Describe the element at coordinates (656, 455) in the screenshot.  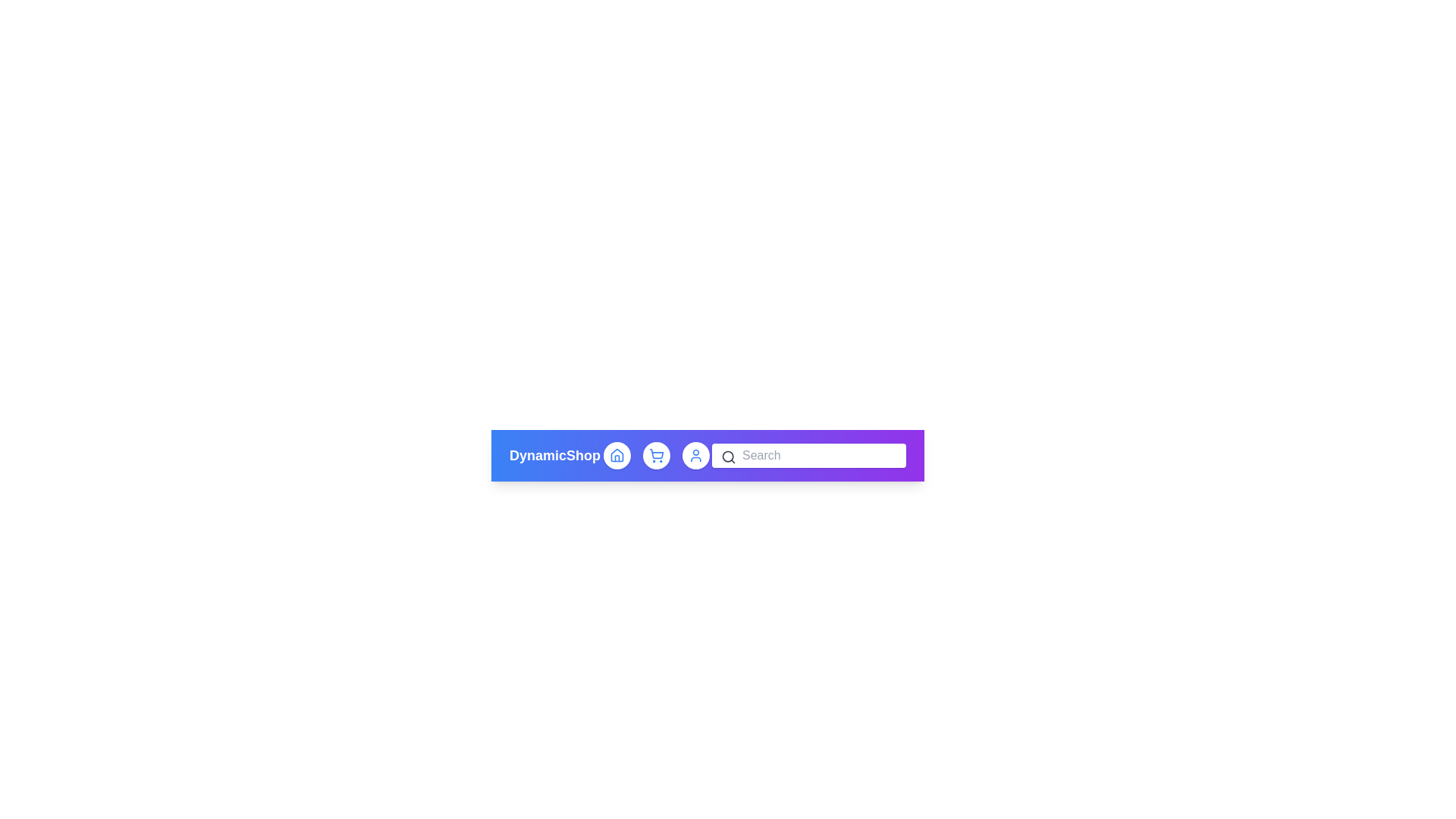
I see `the shopping cart button to view the cart` at that location.